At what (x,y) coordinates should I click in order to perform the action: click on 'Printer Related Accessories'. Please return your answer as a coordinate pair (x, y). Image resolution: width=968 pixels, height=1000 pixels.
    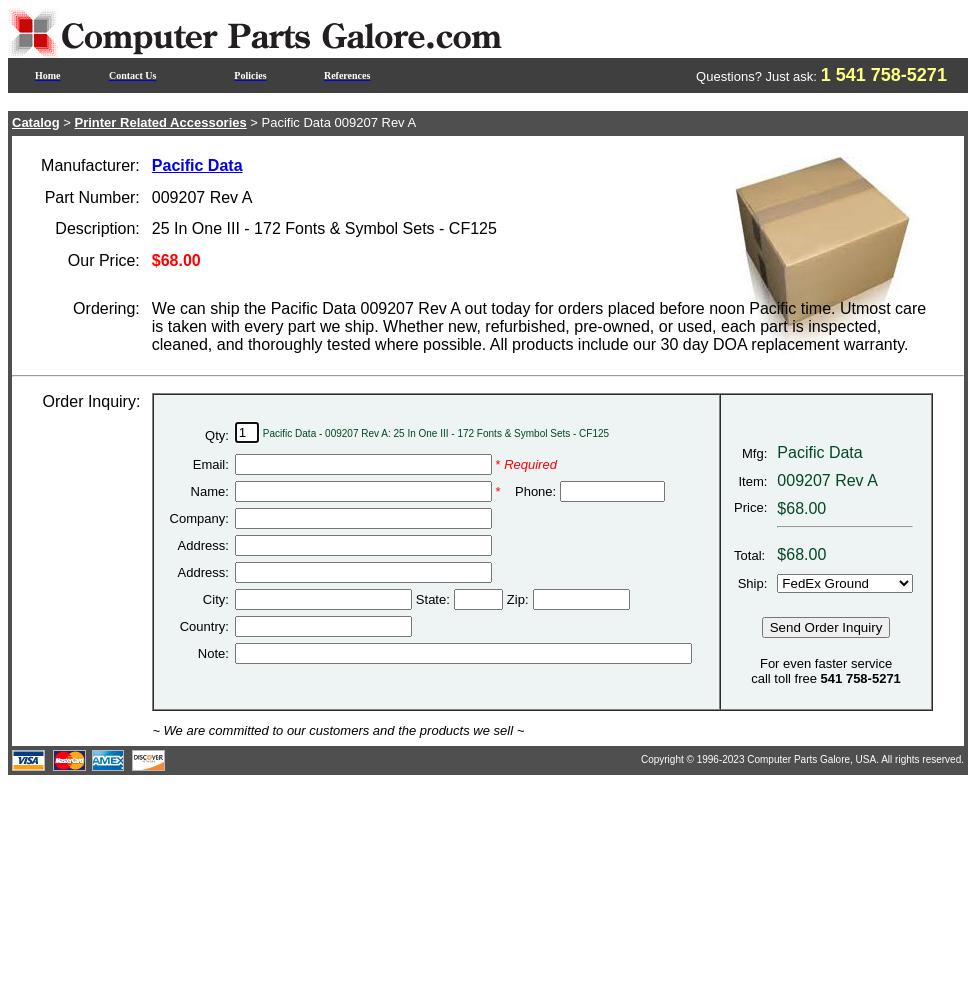
    Looking at the image, I should click on (72, 121).